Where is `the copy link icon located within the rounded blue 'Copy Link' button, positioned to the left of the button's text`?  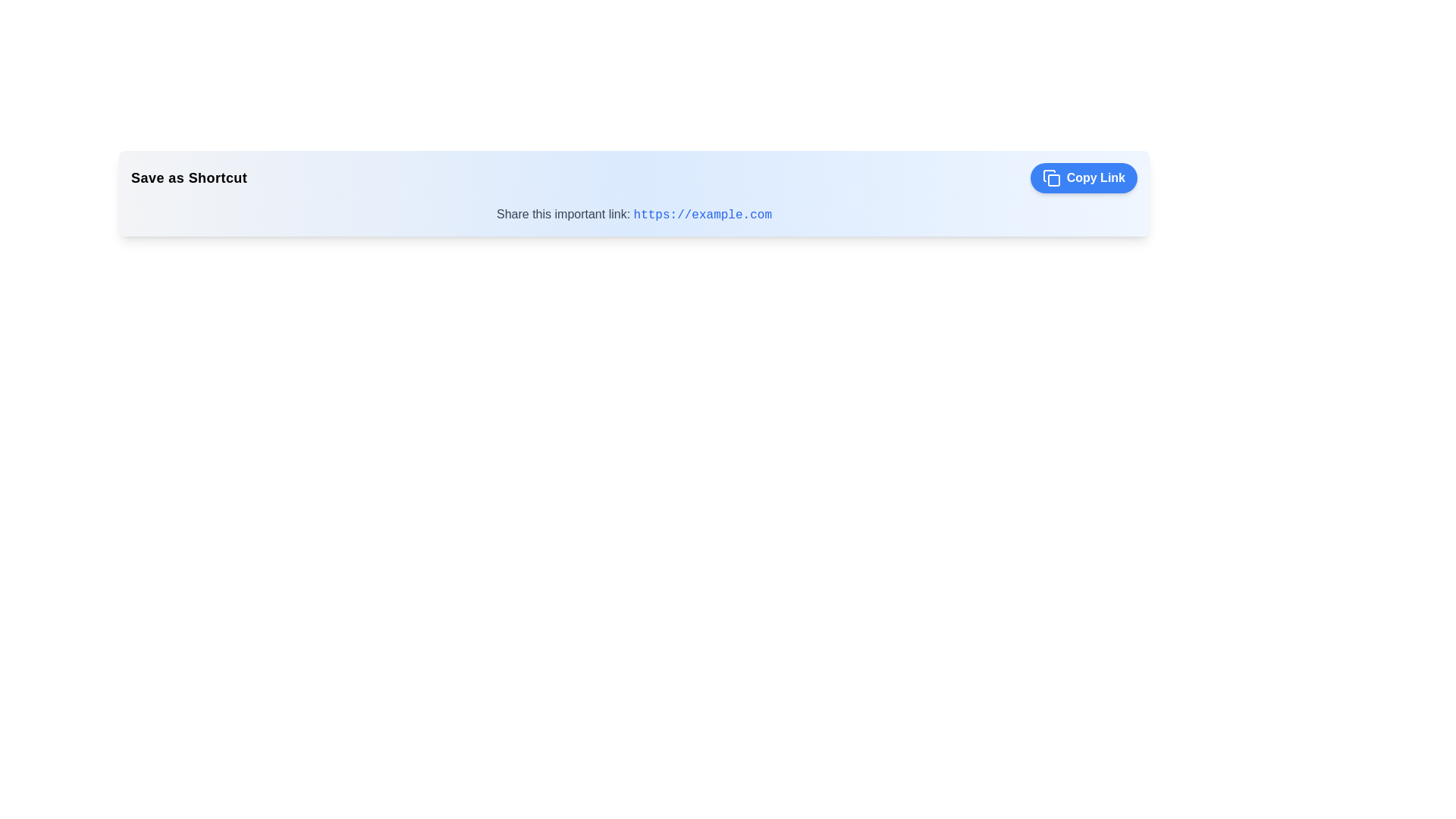 the copy link icon located within the rounded blue 'Copy Link' button, positioned to the left of the button's text is located at coordinates (1050, 177).